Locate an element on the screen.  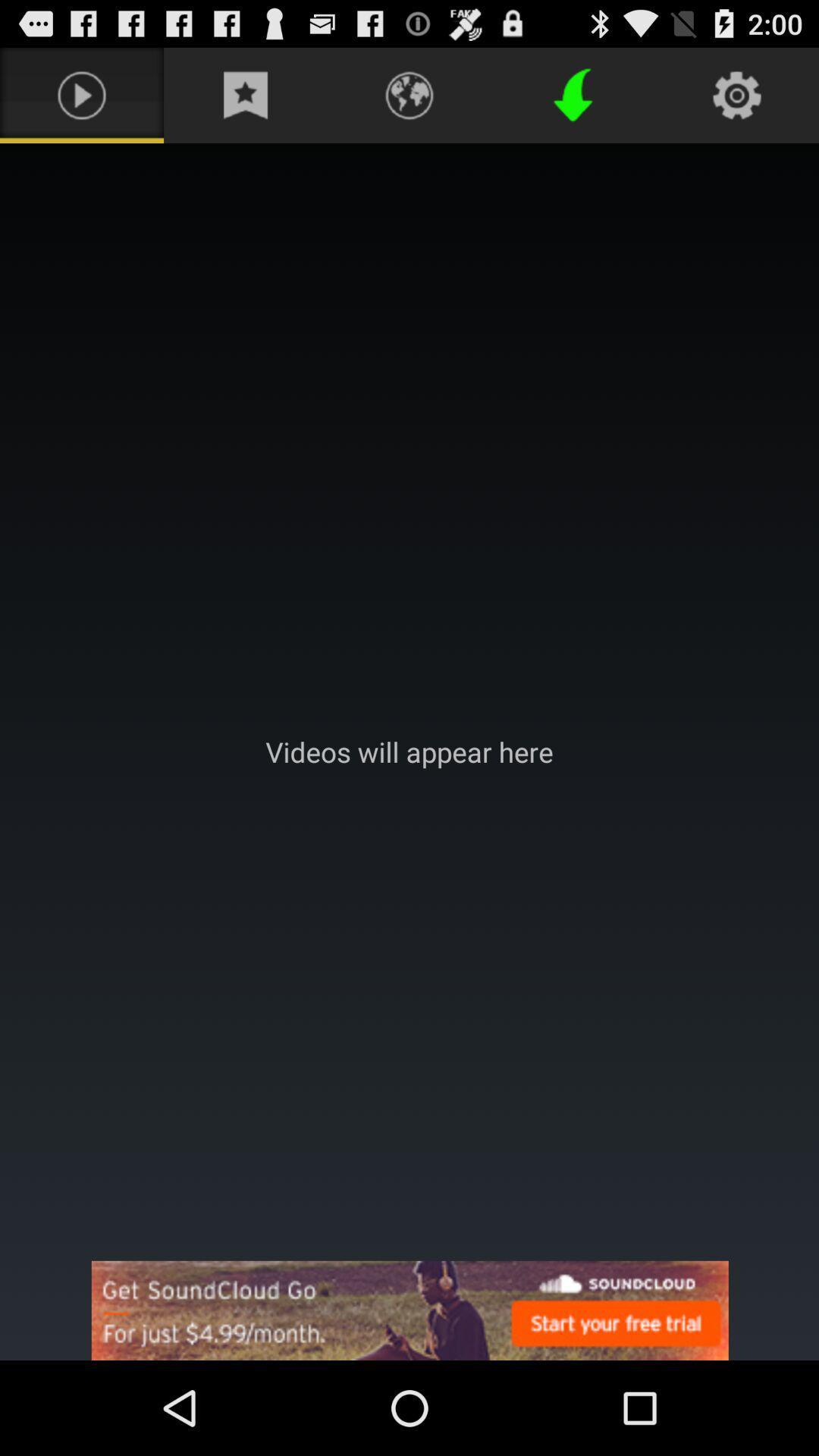
area where videos will appear is located at coordinates (409, 752).